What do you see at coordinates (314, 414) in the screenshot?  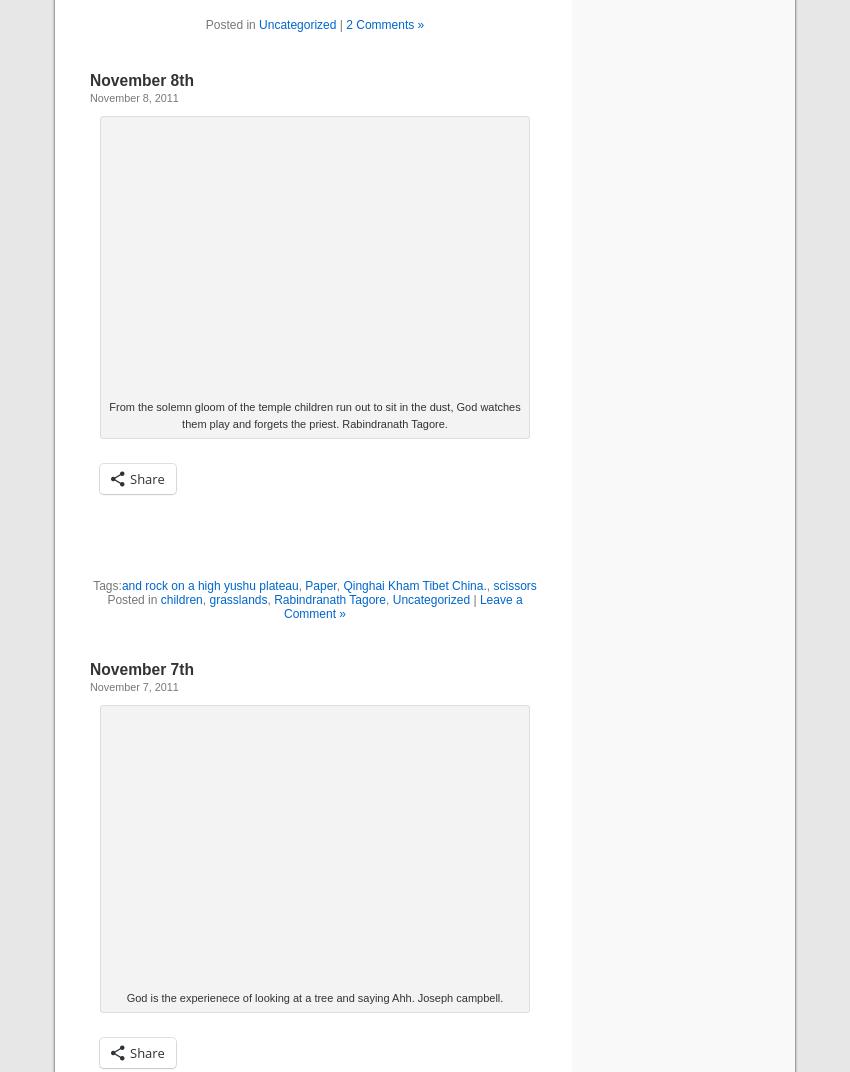 I see `'From the solemn gloom of the temple children run out to sit in the dust, God watches them play and forgets the priest. Rabindranath Tagore.'` at bounding box center [314, 414].